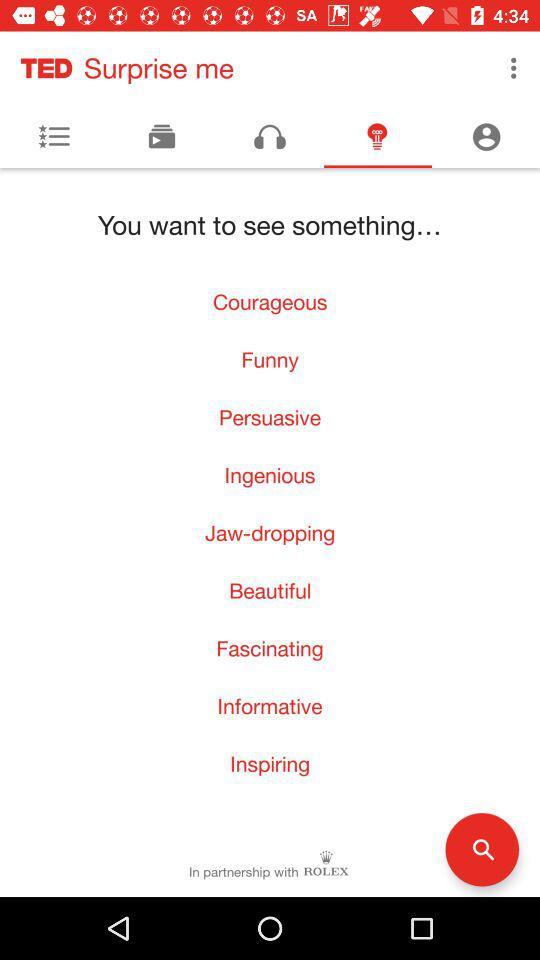 This screenshot has width=540, height=960. Describe the element at coordinates (270, 706) in the screenshot. I see `icon above the inspiring icon` at that location.